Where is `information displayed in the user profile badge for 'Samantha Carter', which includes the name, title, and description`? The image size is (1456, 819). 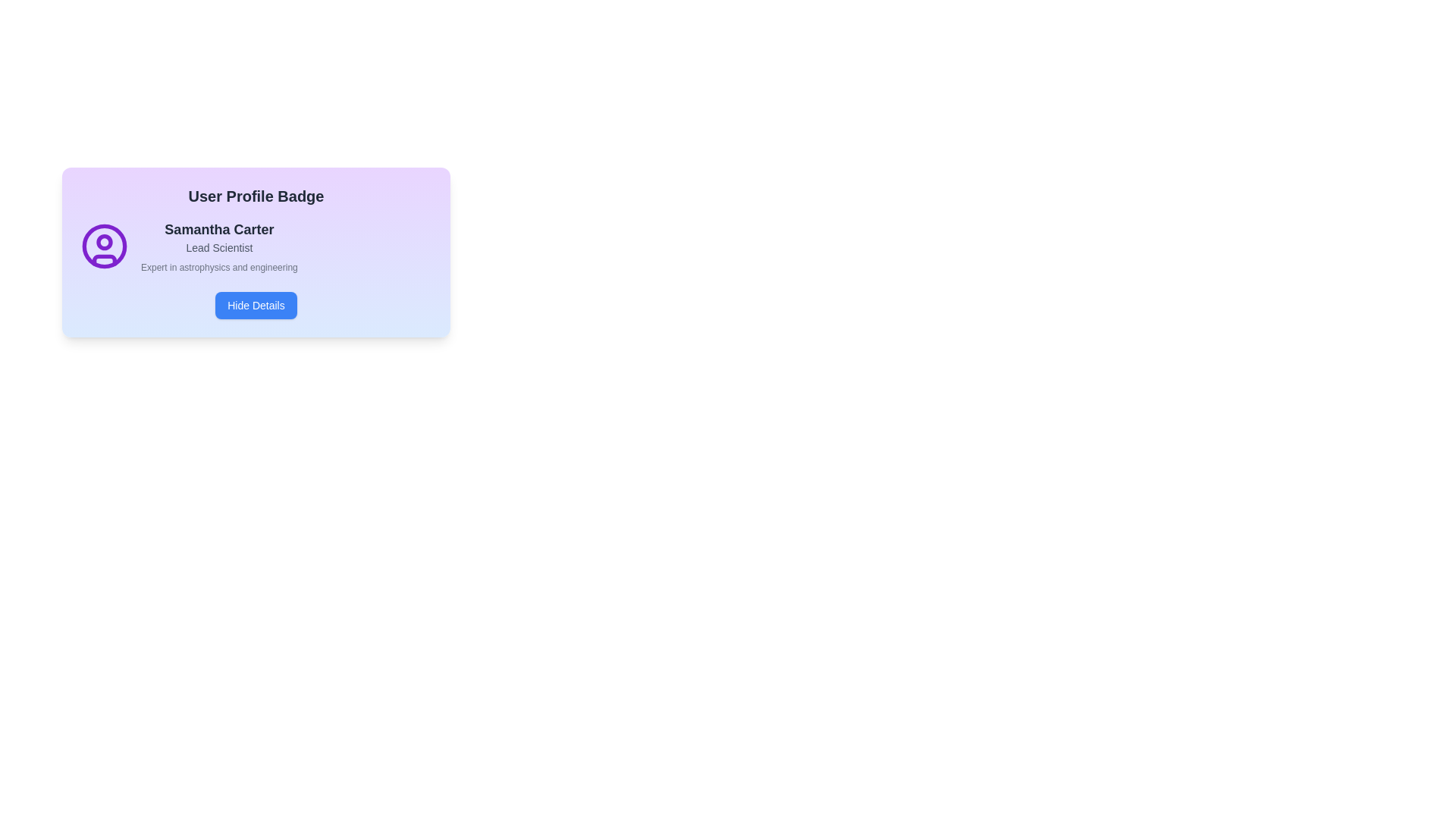
information displayed in the user profile badge for 'Samantha Carter', which includes the name, title, and description is located at coordinates (256, 245).